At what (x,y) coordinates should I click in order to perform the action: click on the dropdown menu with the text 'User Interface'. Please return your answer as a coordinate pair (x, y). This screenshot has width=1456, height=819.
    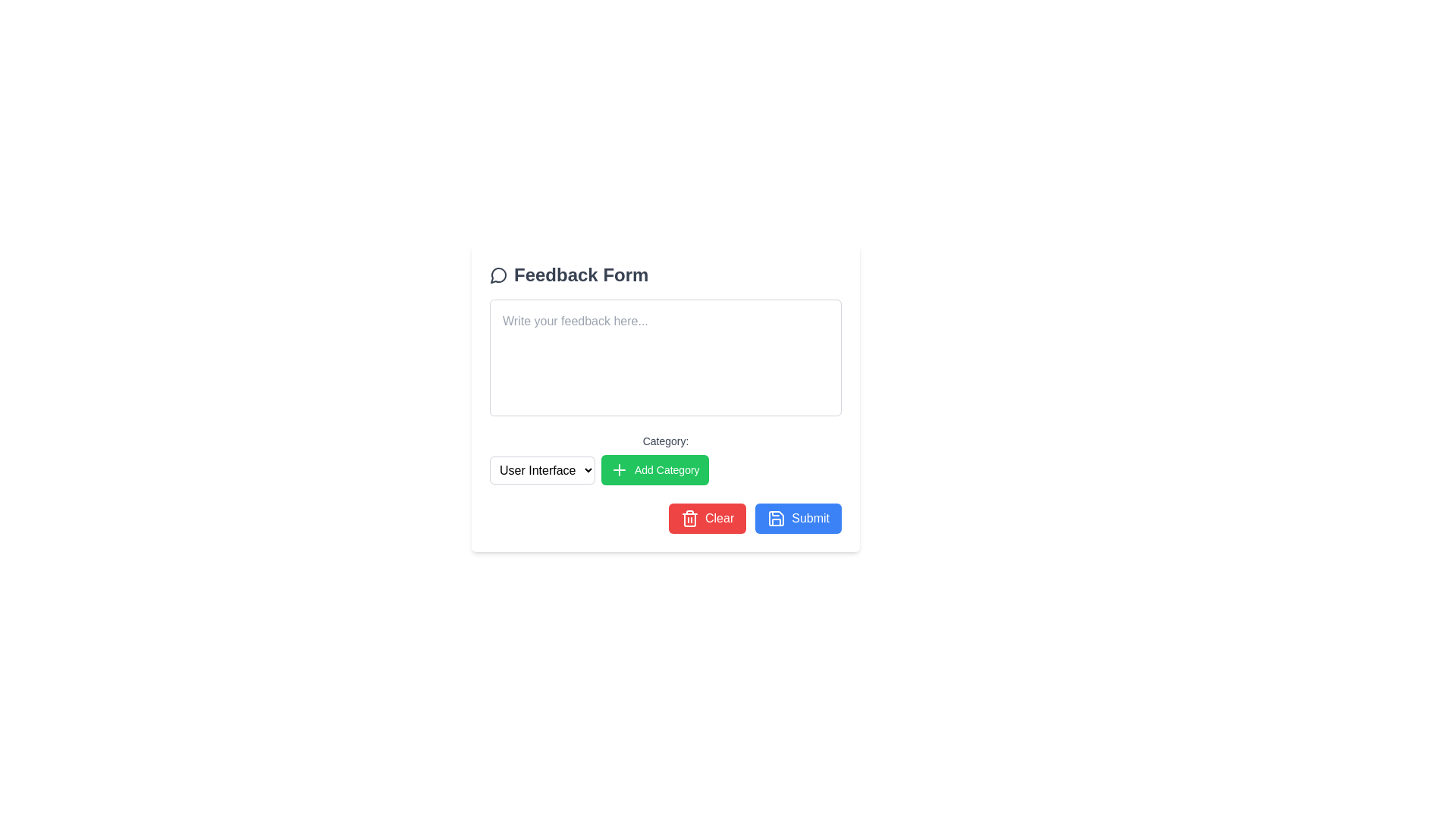
    Looking at the image, I should click on (542, 469).